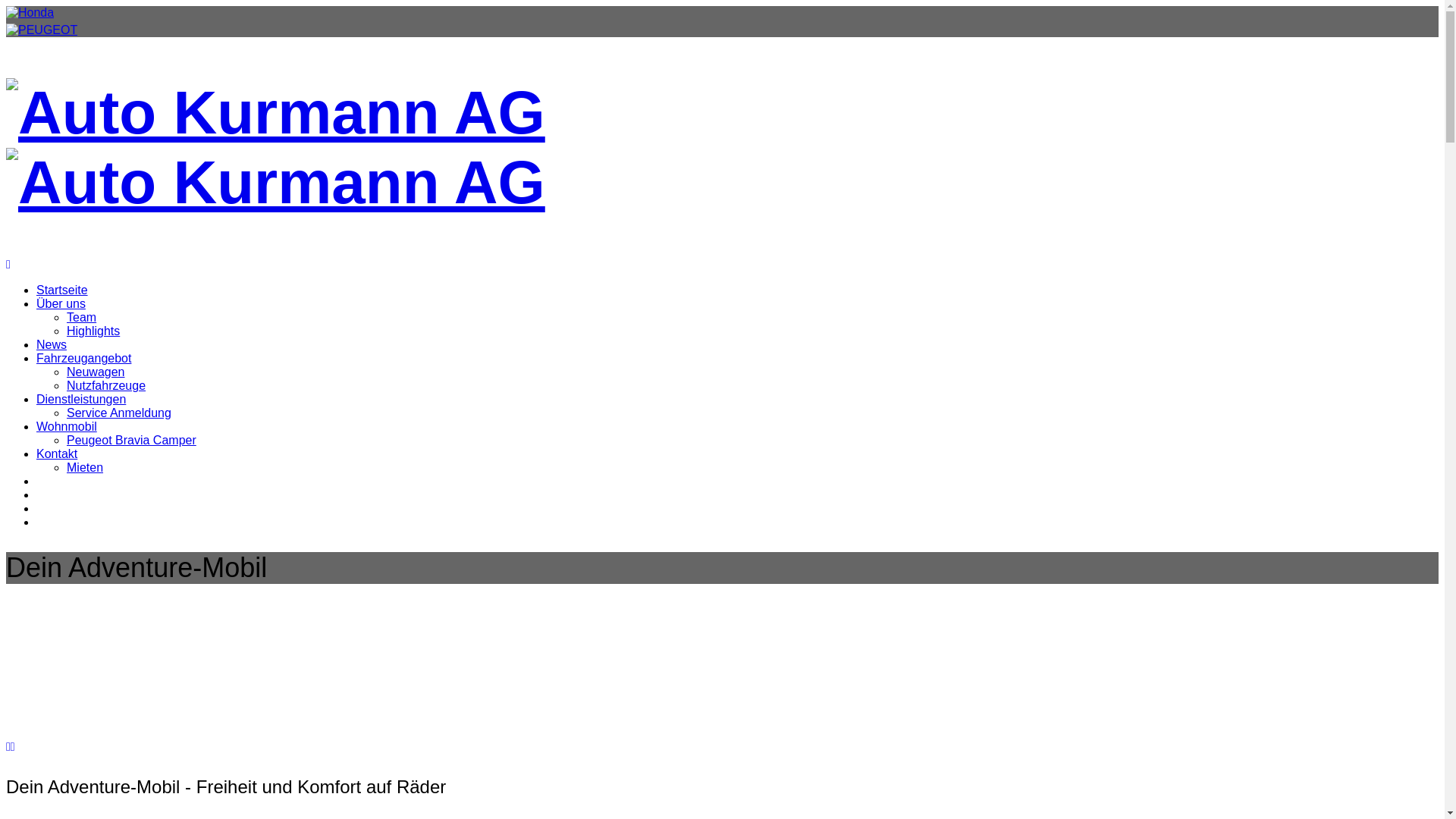 The width and height of the screenshot is (1456, 819). I want to click on 'News', so click(51, 344).